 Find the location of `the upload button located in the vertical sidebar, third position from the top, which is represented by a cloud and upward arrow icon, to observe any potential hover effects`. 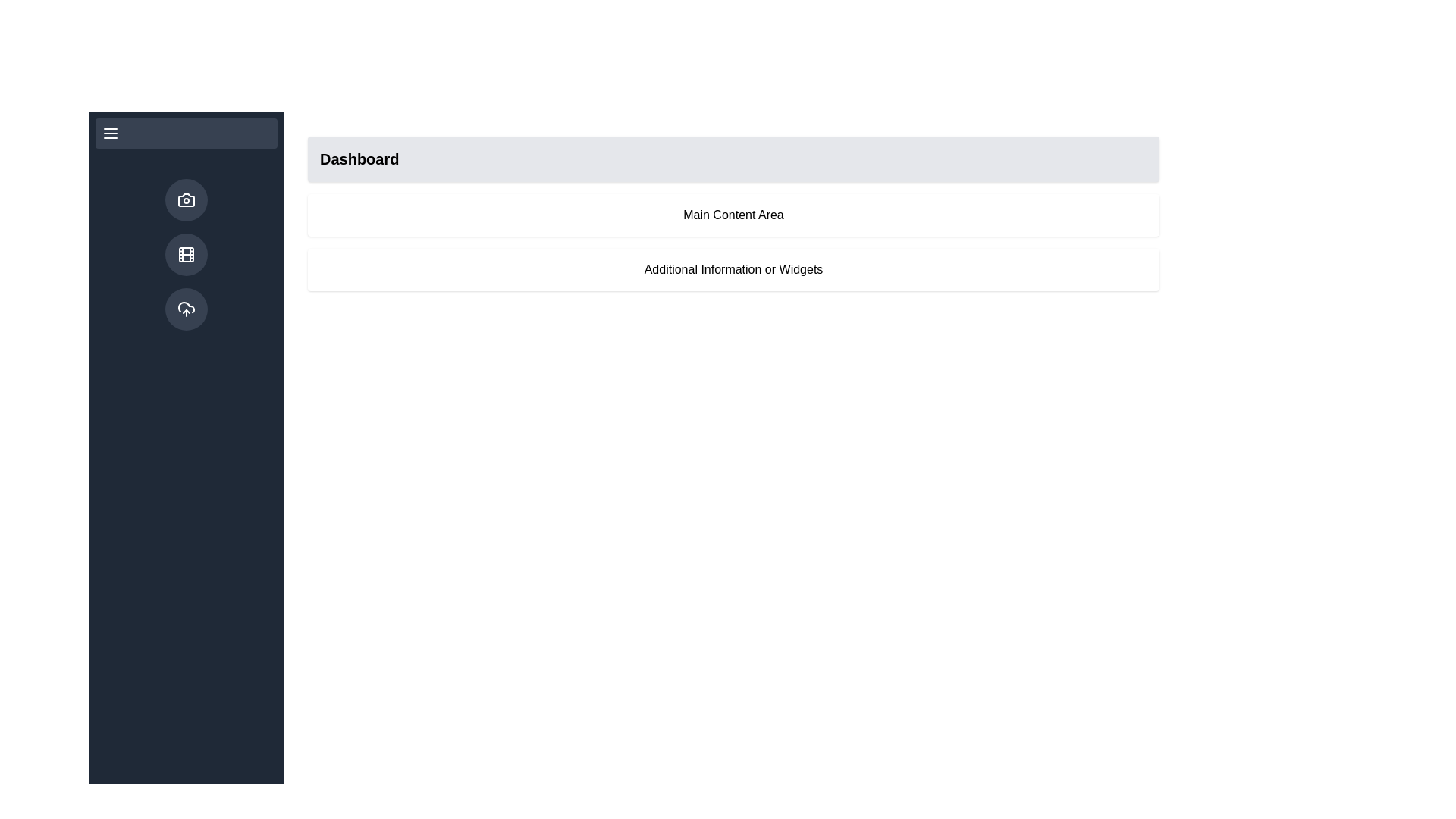

the upload button located in the vertical sidebar, third position from the top, which is represented by a cloud and upward arrow icon, to observe any potential hover effects is located at coordinates (185, 309).